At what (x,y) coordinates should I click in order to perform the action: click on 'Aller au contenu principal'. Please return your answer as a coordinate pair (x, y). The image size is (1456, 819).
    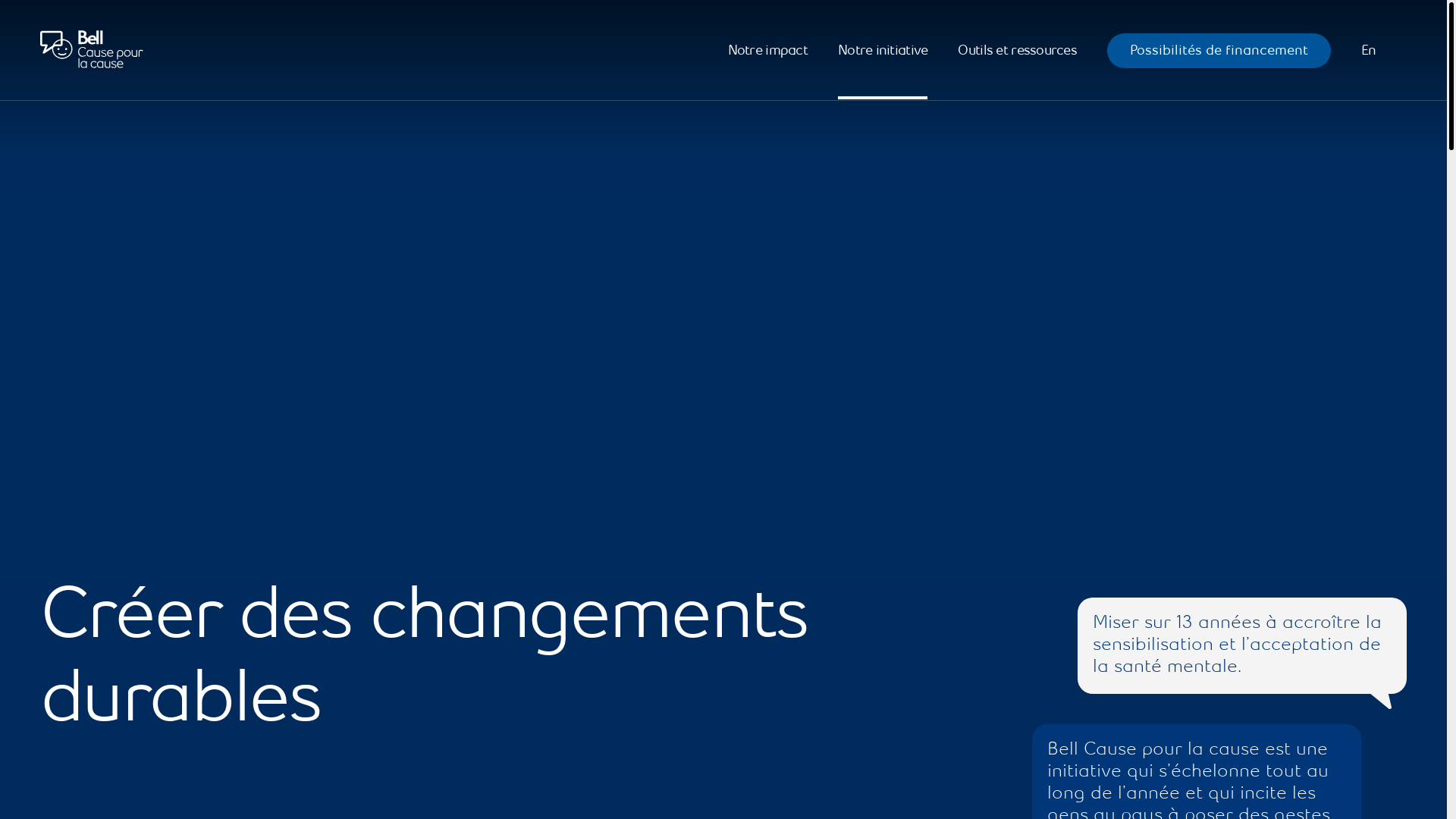
    Looking at the image, I should click on (51, 62).